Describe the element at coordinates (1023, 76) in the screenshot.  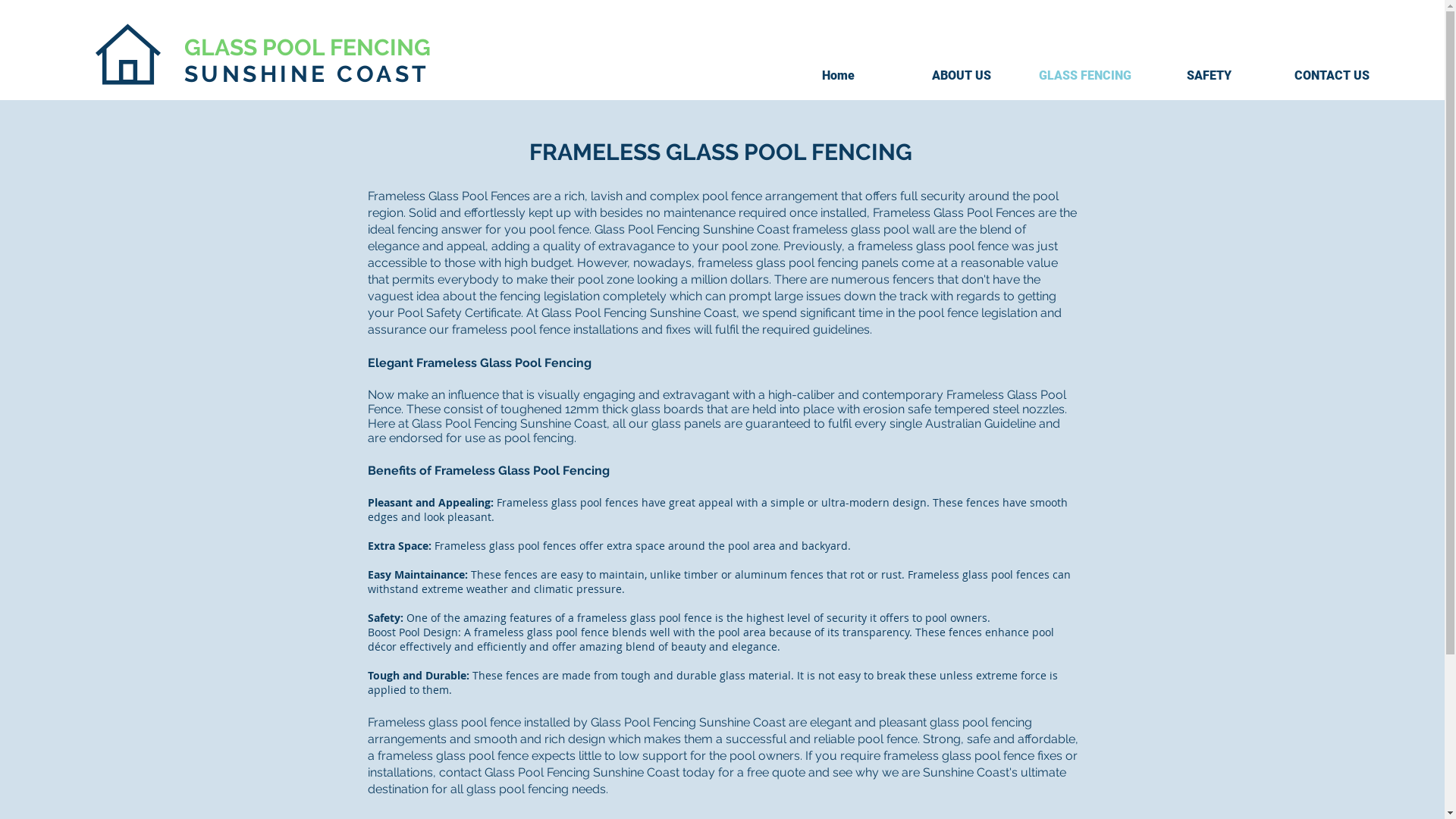
I see `'GLASS FENCING'` at that location.